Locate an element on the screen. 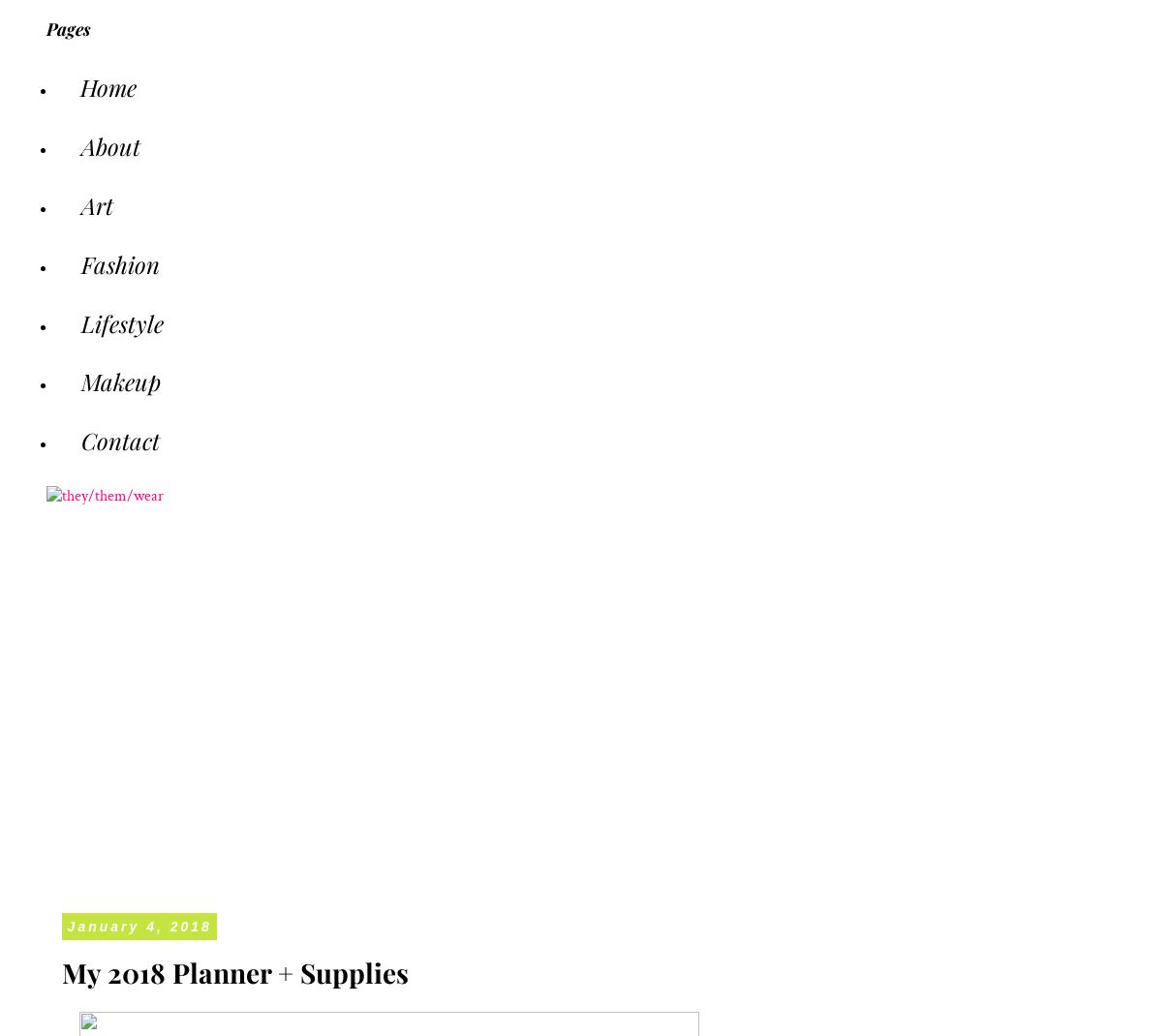 The image size is (1170, 1036). 'Contact' is located at coordinates (119, 440).